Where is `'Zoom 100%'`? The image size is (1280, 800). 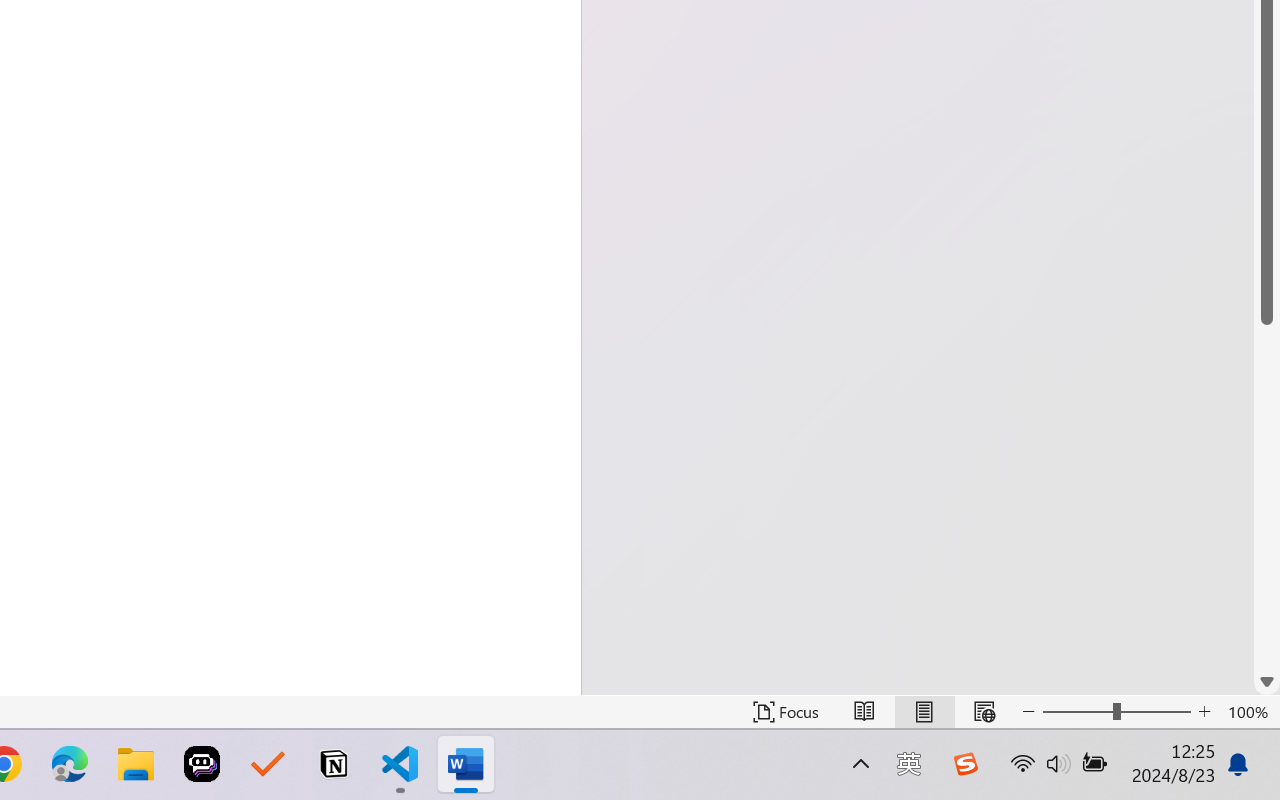
'Zoom 100%' is located at coordinates (1248, 711).